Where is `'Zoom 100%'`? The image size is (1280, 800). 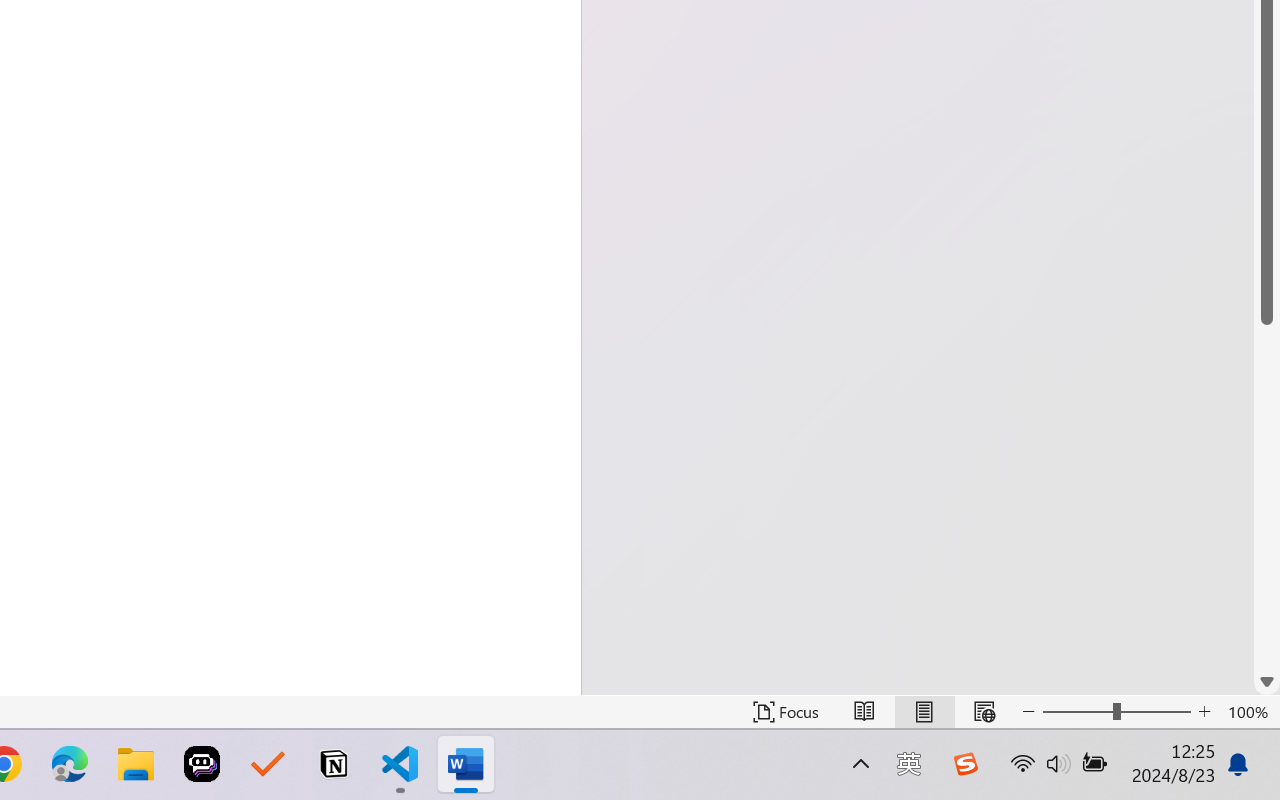
'Zoom 100%' is located at coordinates (1248, 711).